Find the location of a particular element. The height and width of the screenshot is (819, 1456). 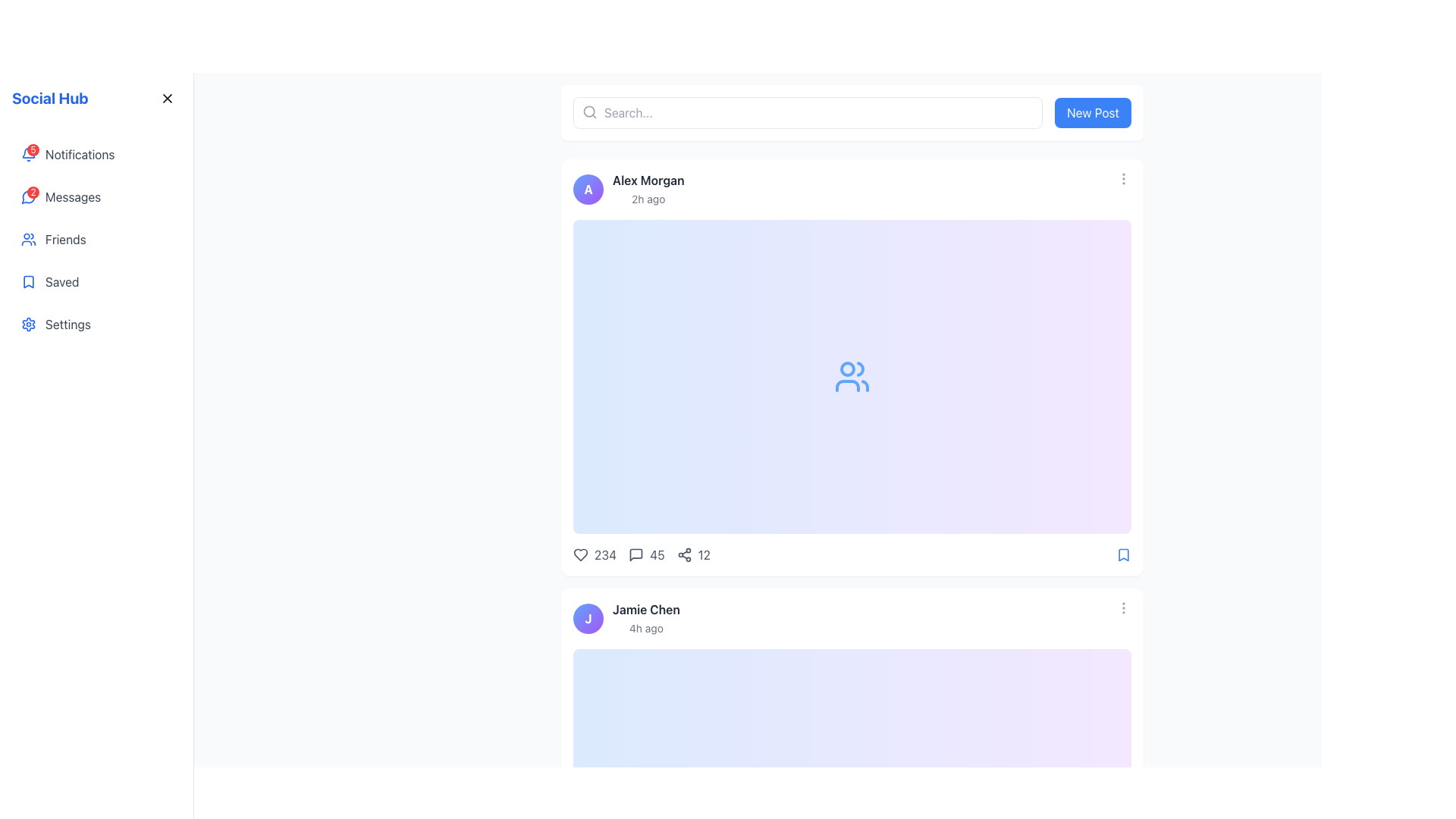

text from the bold label displaying 'Jamie Chen' located in the bottom post of the interface, positioned near the top-left of the post, to the right of a circular avatar is located at coordinates (646, 608).